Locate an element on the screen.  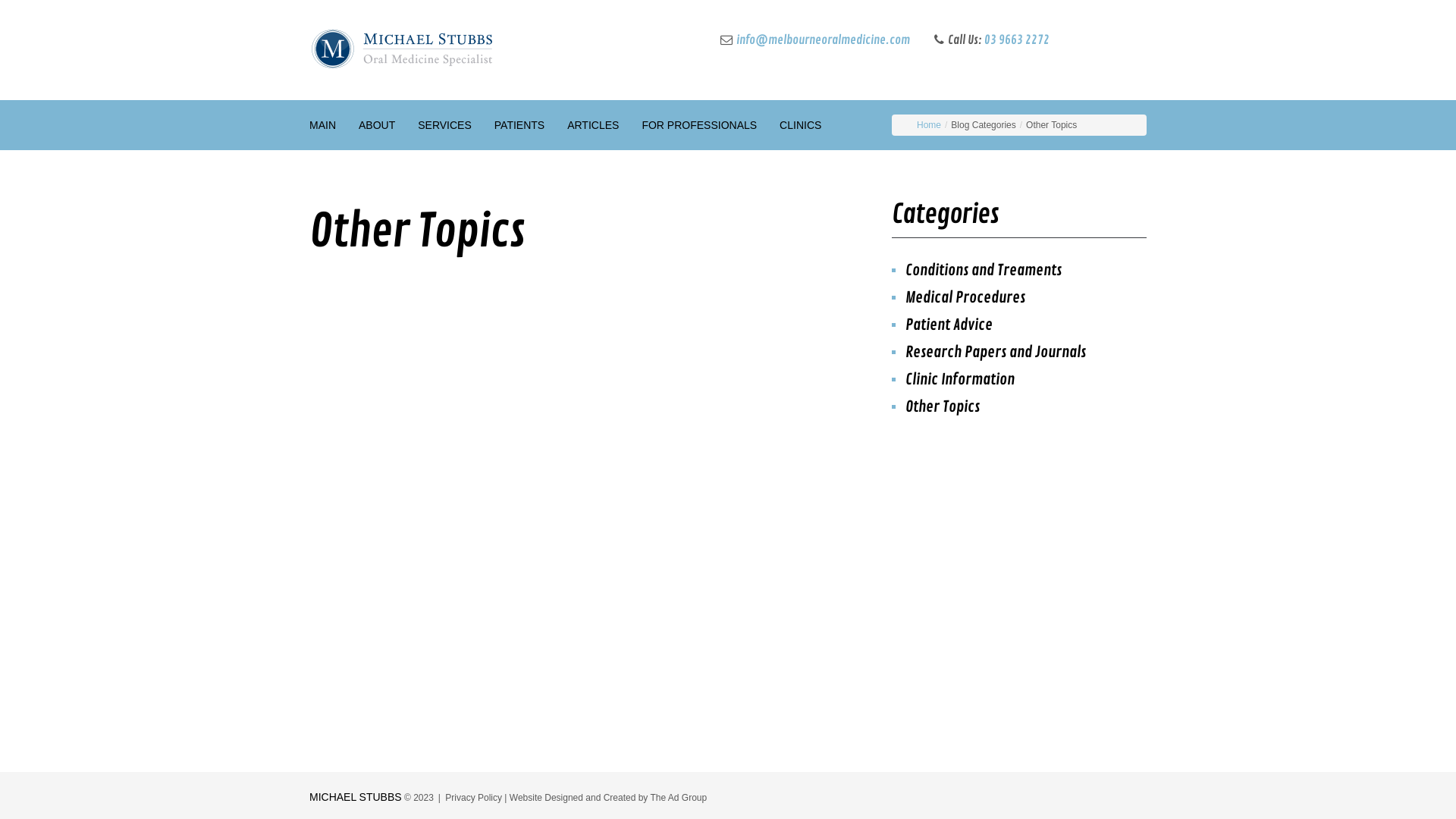
'Research Papers and Journals' is located at coordinates (996, 352).